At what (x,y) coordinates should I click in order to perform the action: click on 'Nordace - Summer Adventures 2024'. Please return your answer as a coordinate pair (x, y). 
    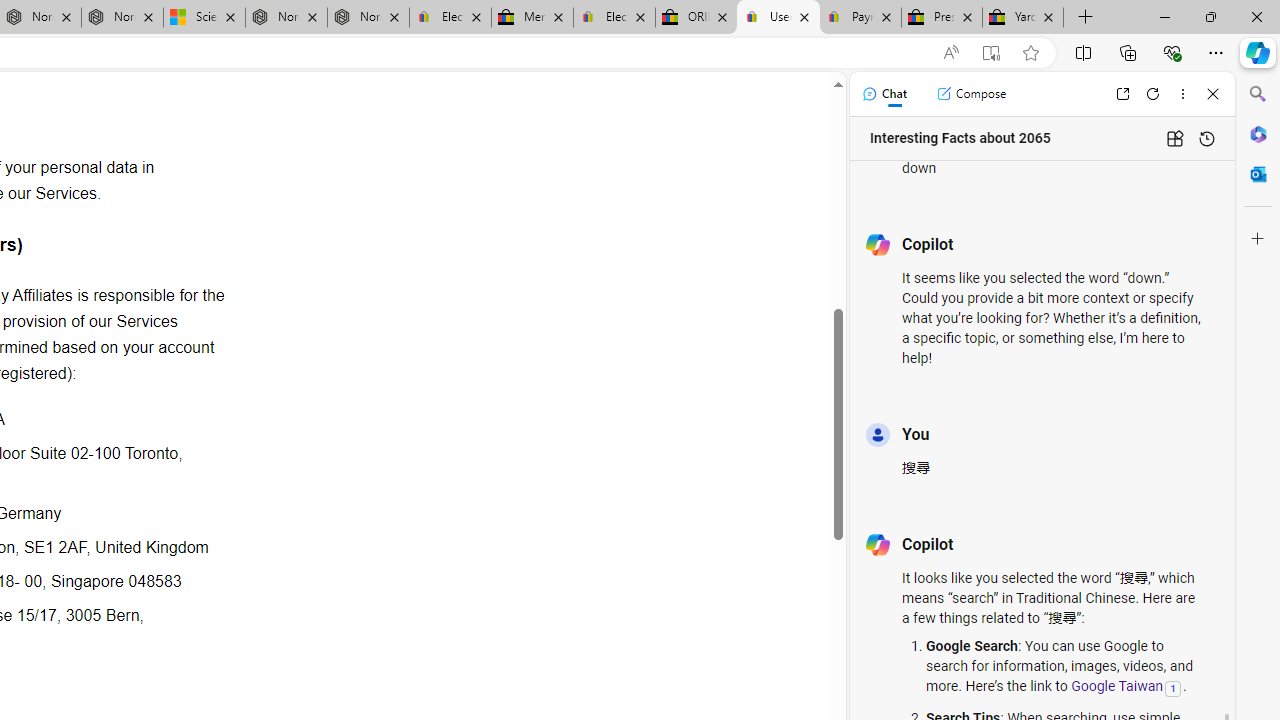
    Looking at the image, I should click on (285, 17).